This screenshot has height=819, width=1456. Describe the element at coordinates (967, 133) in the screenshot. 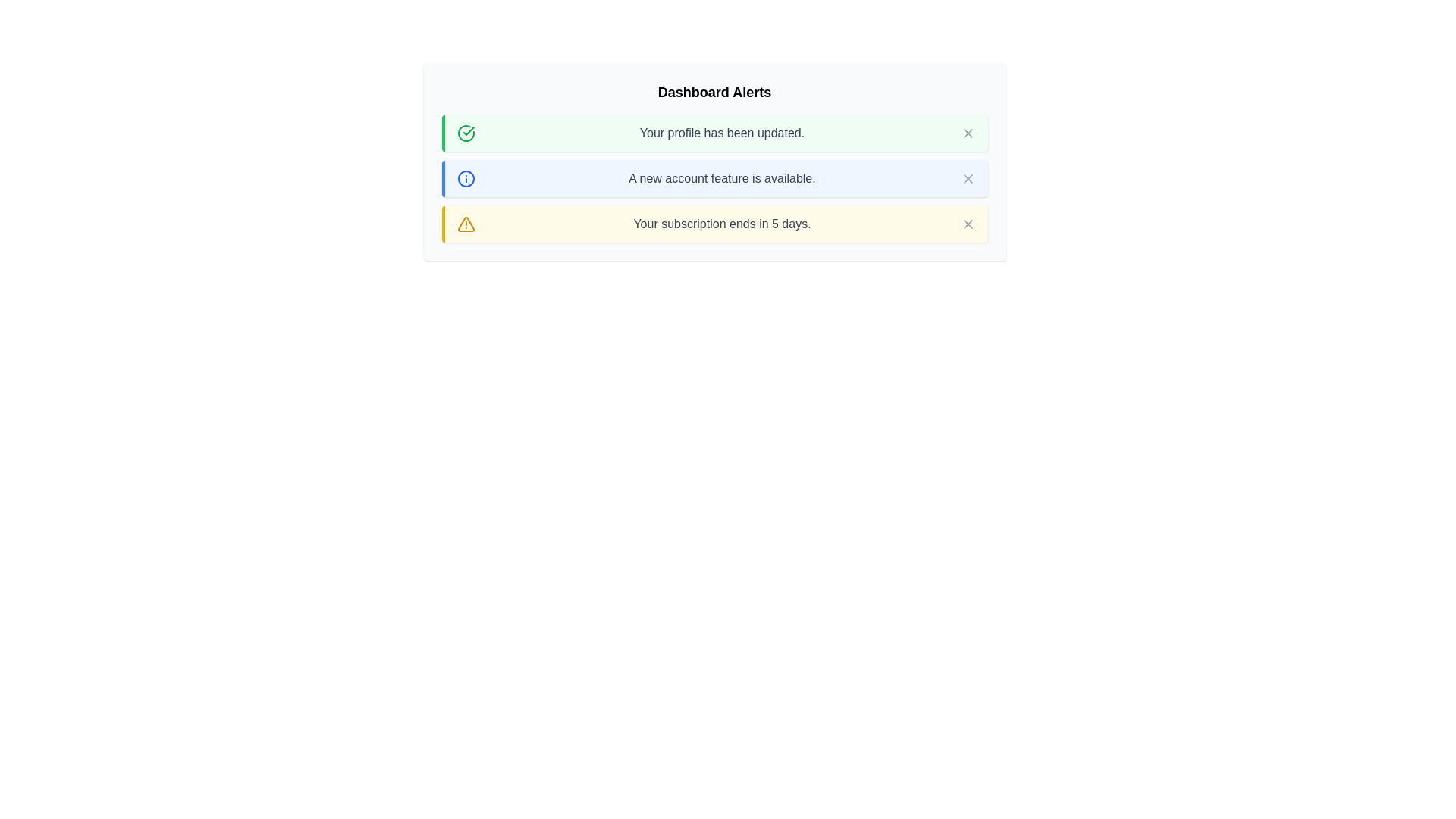

I see `the small 'X' icon button located at the right end of the green notification block that displays 'Your profile has been updated.' to observe the hover color change` at that location.